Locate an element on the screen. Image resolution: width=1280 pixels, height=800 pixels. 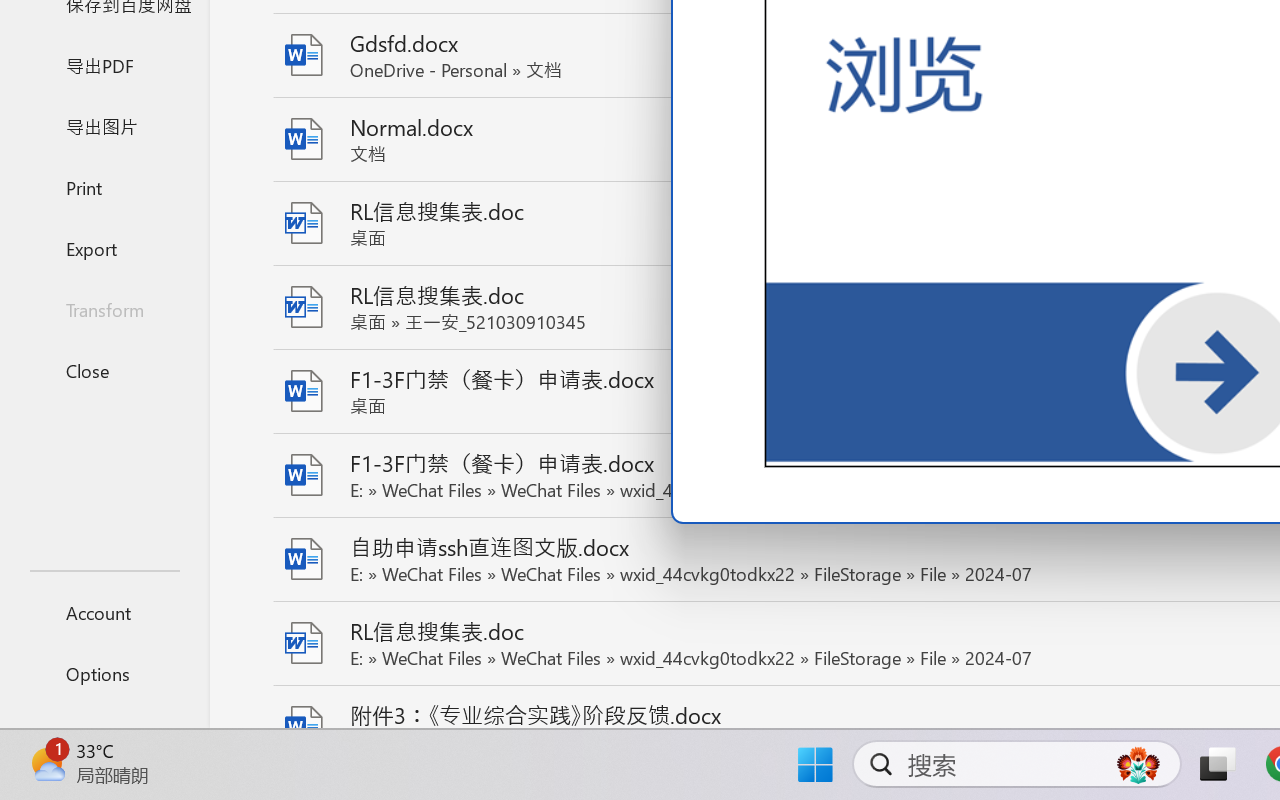
'Account' is located at coordinates (103, 612).